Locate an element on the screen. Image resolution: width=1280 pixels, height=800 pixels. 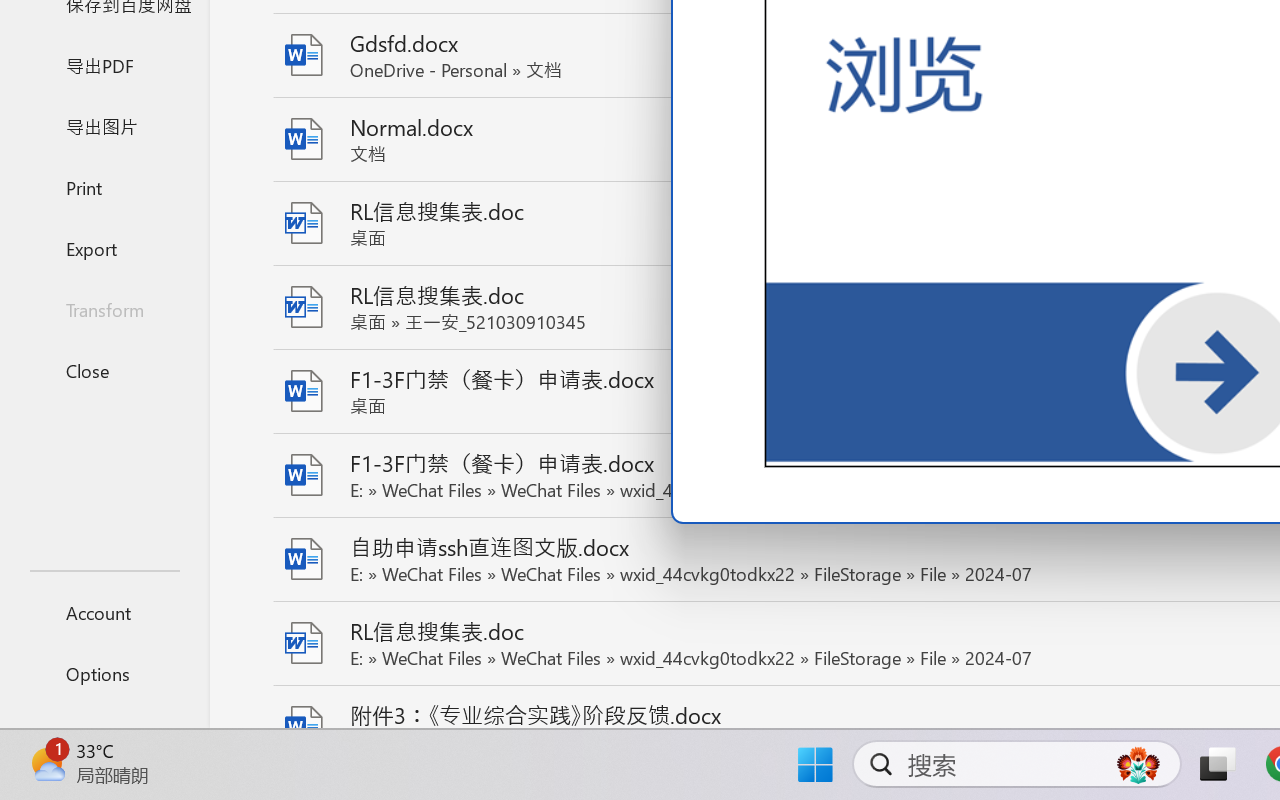
'Account' is located at coordinates (103, 612).